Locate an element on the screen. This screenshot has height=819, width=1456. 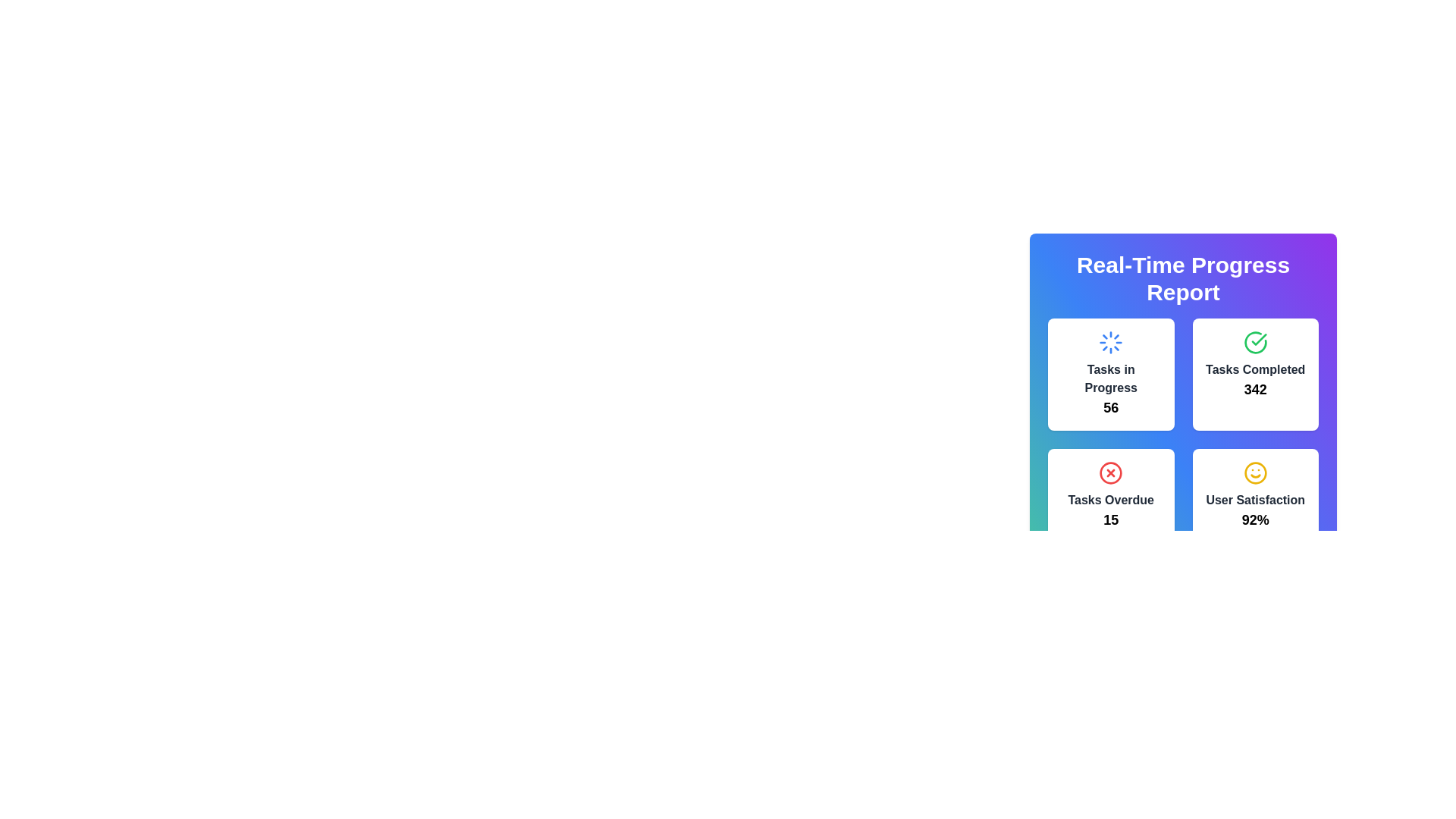
the decorative graphical element that represents the face of the 'User Satisfaction' icon, located in the bottom-right section of the 'User Satisfaction' tile is located at coordinates (1255, 472).